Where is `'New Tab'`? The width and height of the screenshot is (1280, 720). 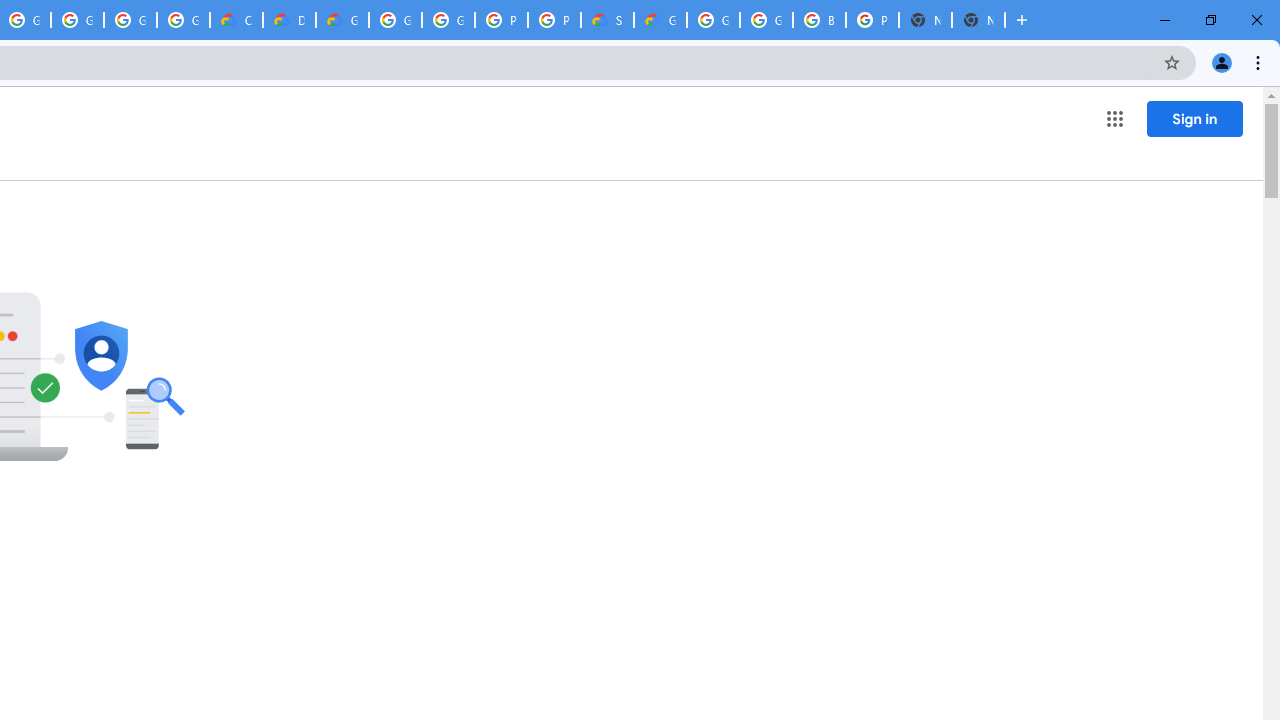 'New Tab' is located at coordinates (978, 20).